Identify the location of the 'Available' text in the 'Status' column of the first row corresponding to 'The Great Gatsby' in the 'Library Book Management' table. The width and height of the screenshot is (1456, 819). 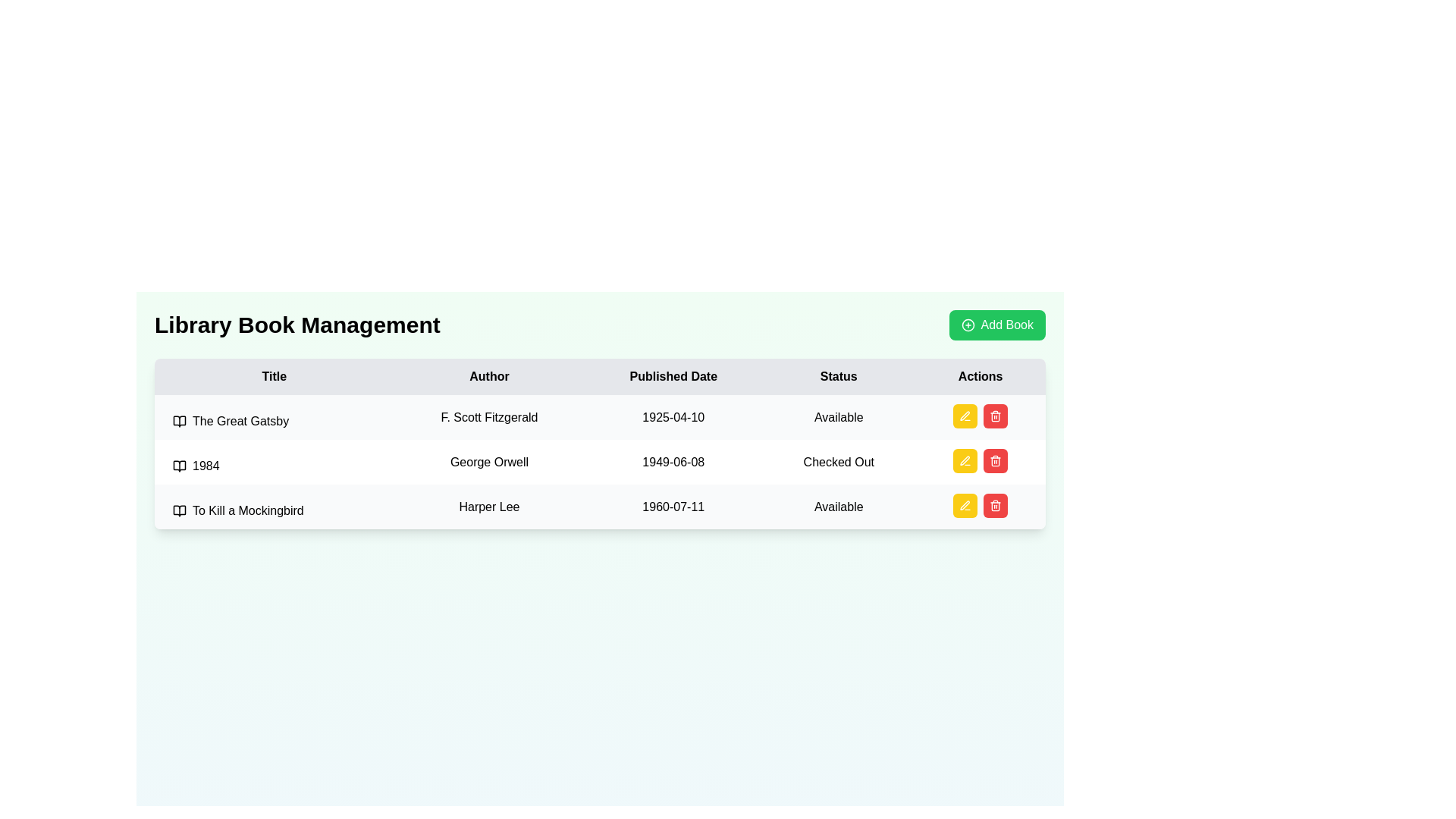
(838, 417).